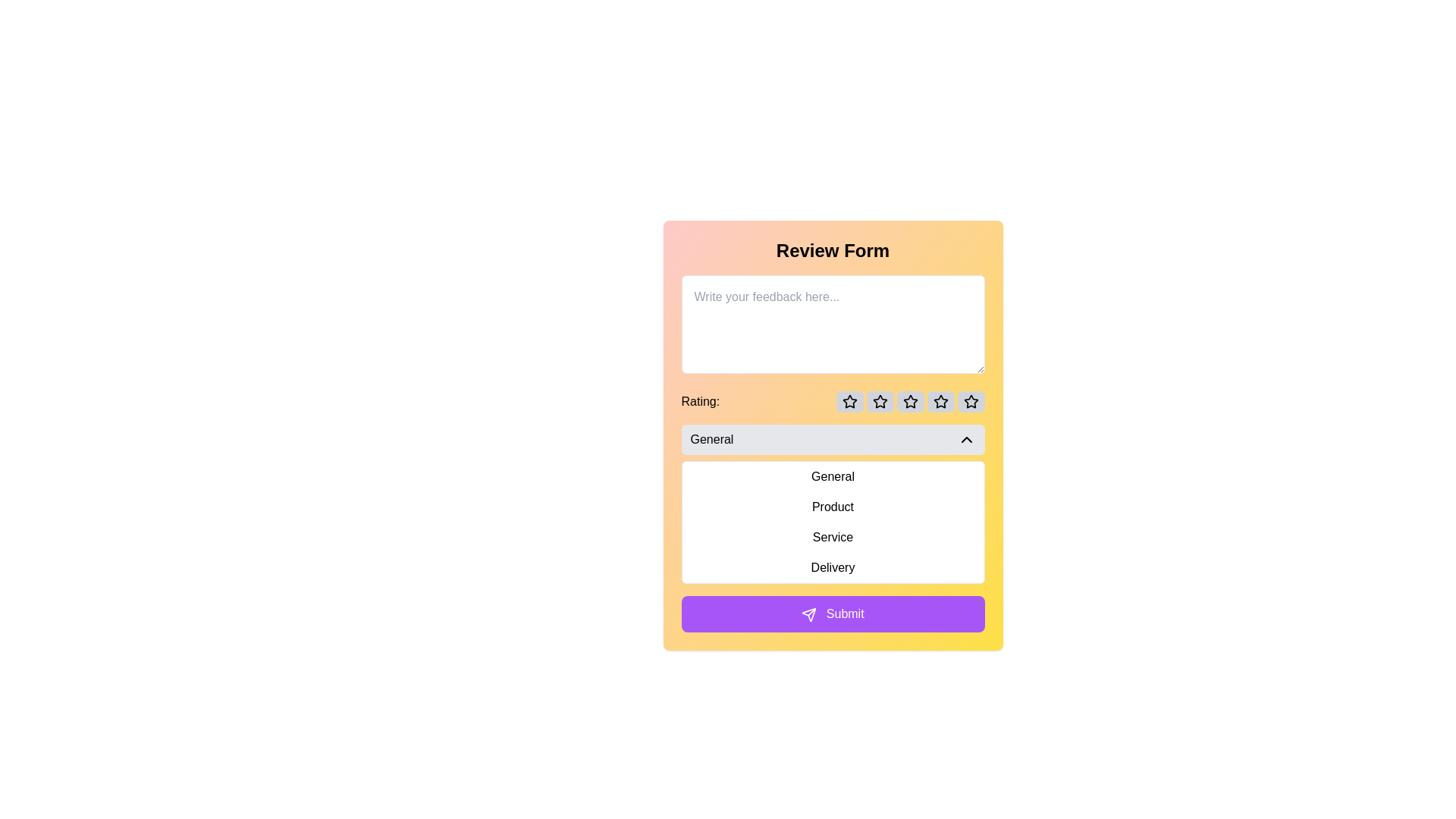  What do you see at coordinates (849, 400) in the screenshot?
I see `the first rating star icon in the review form` at bounding box center [849, 400].